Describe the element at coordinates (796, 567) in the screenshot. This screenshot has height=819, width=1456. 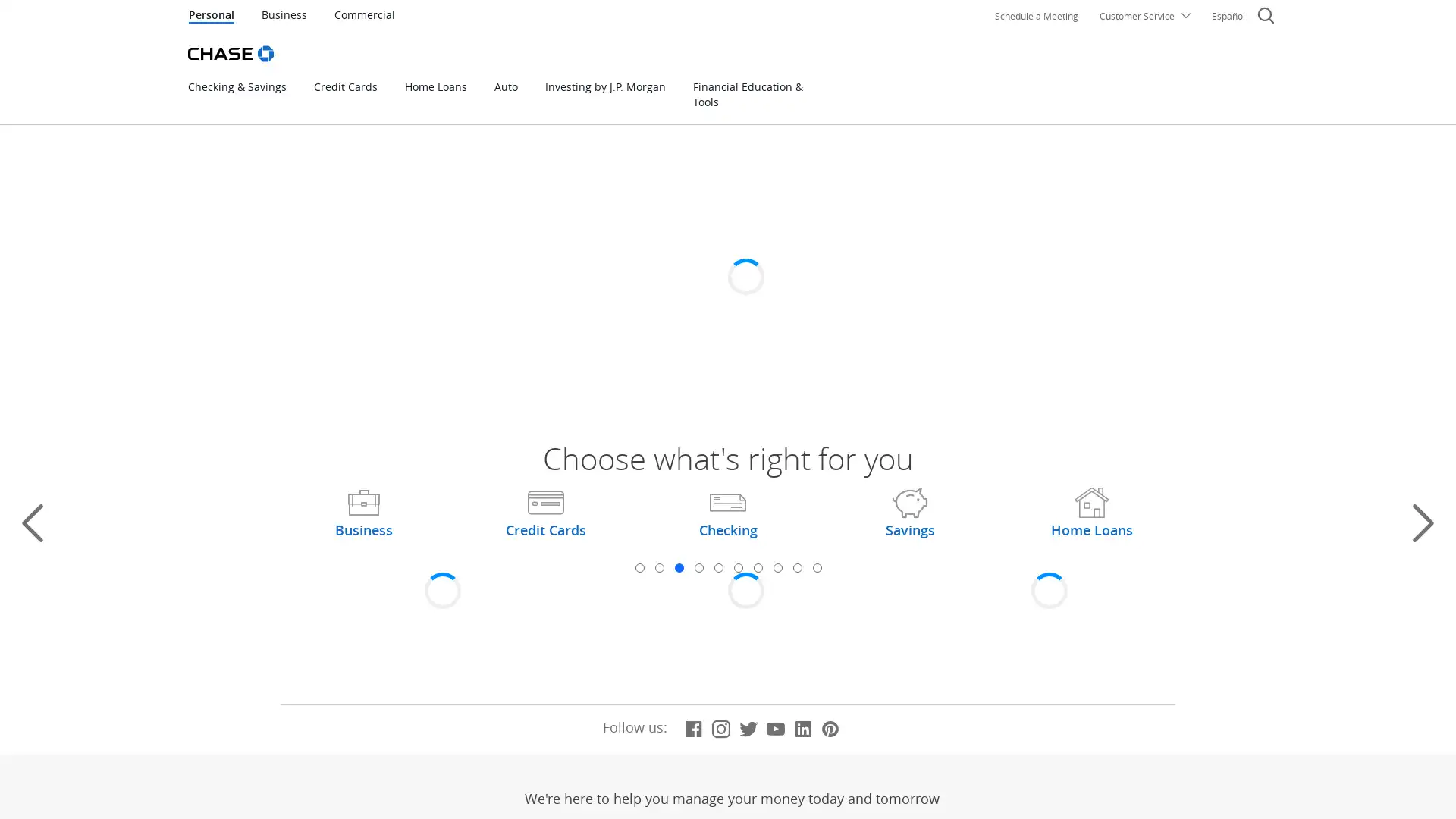
I see `Slide 9 of 10` at that location.